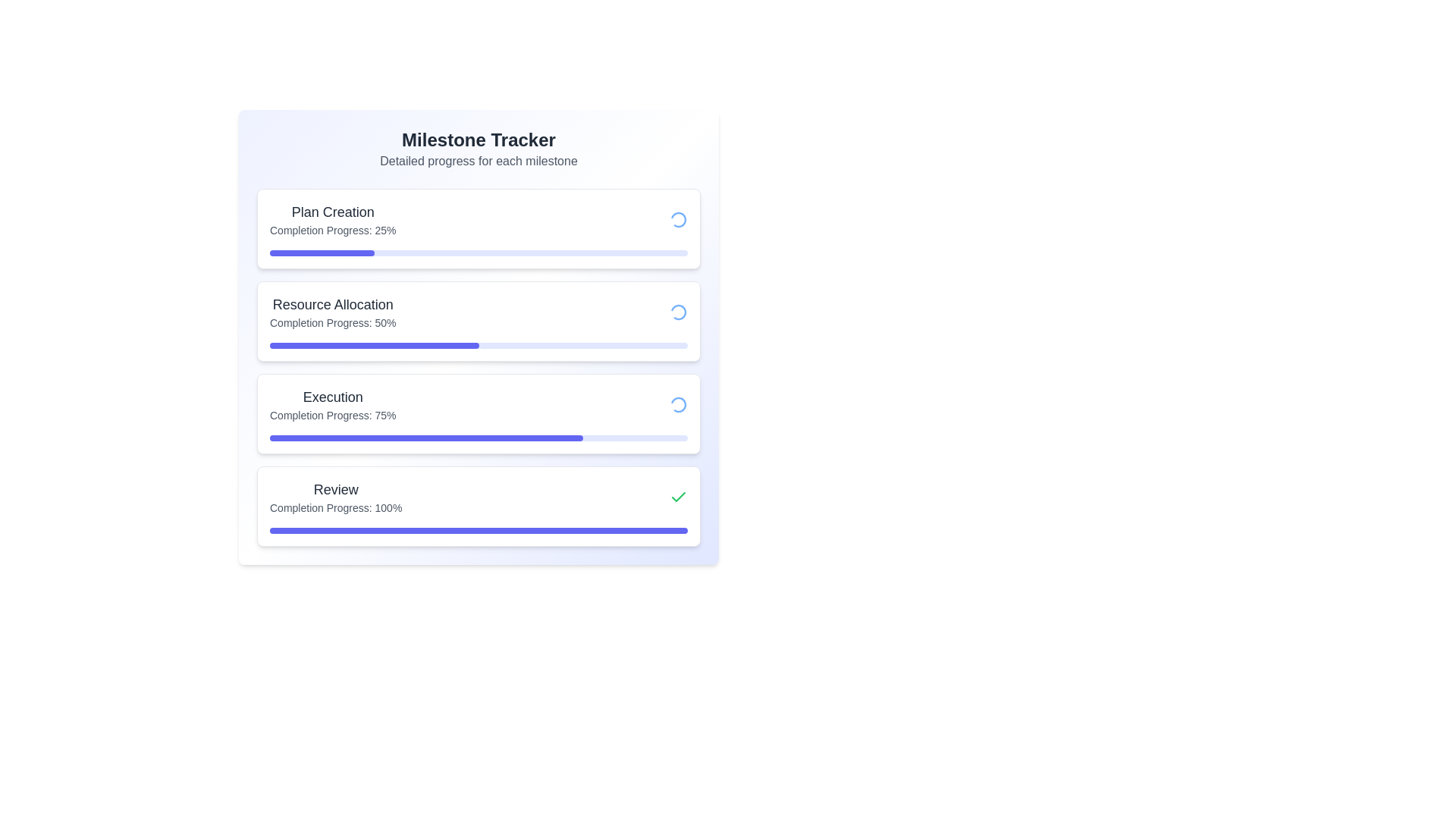 The width and height of the screenshot is (1456, 819). I want to click on the Progress Indicator located on the far-right side of the 'Plan Creation' section in the 'Milestone Tracker' interface, which indicates that the 'Plan Creation' milestone is currently in progress or pending completion, so click(677, 219).